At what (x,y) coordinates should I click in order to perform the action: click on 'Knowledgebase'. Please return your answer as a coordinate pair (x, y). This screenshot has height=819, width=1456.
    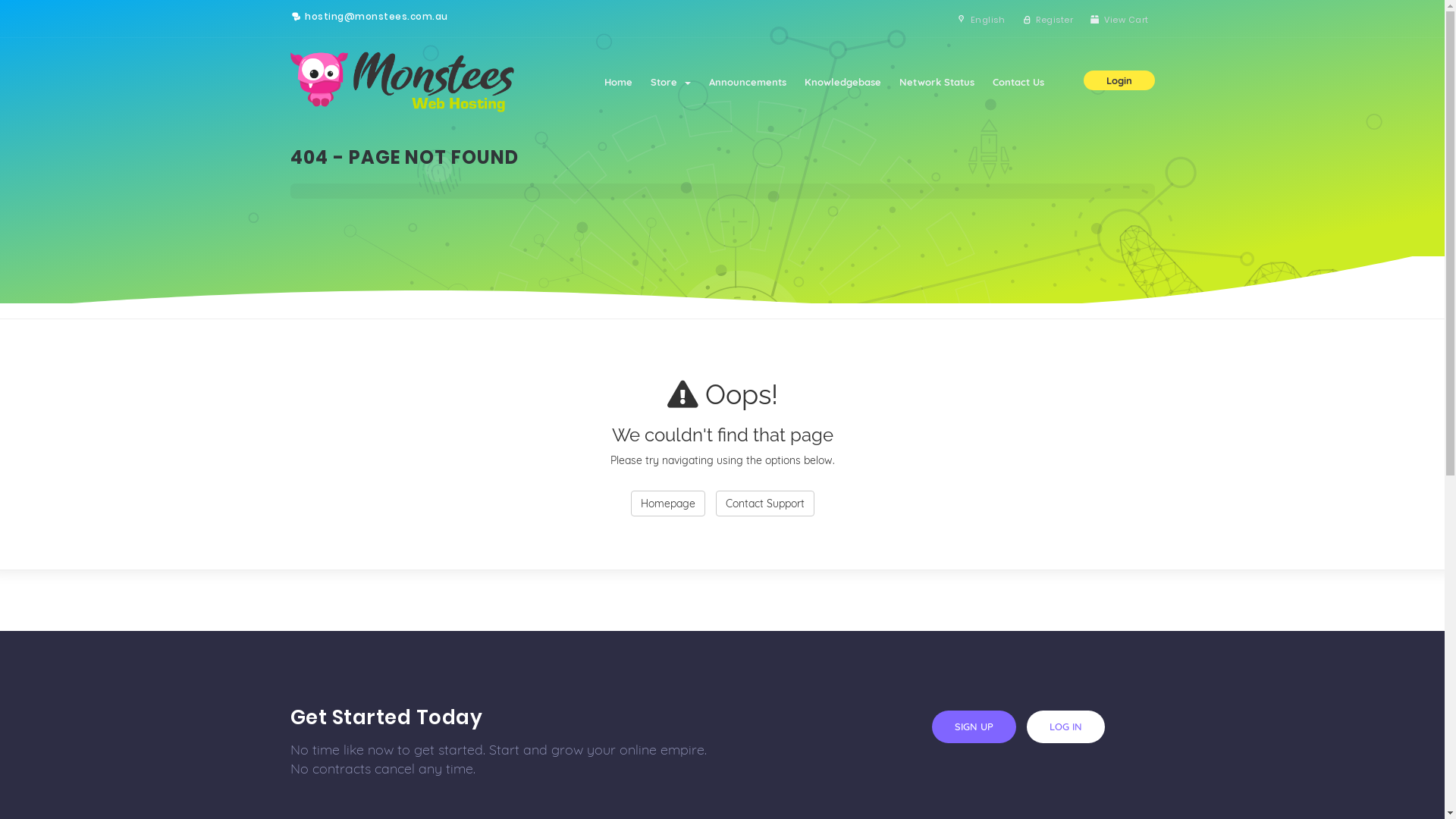
    Looking at the image, I should click on (841, 82).